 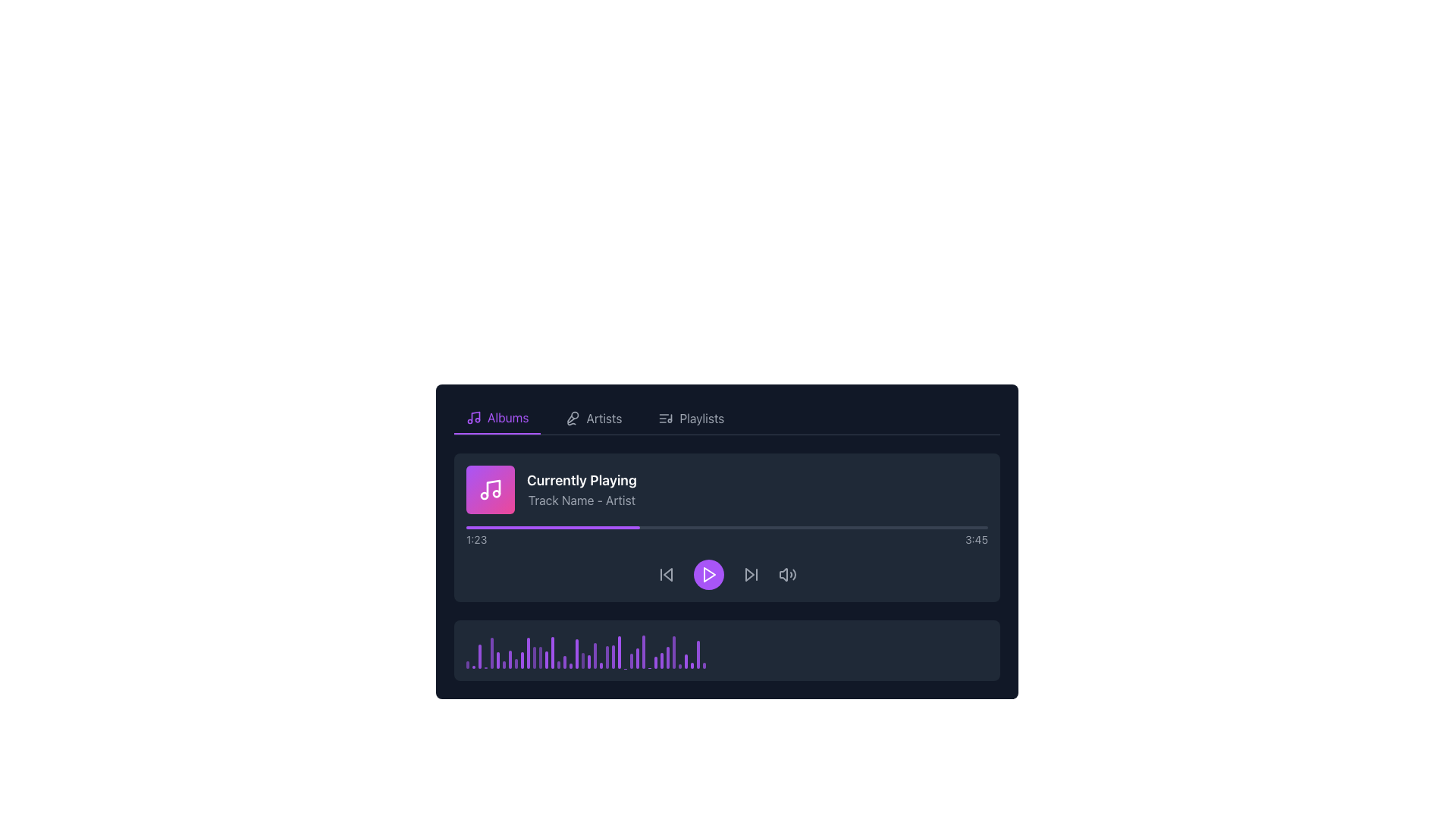 I want to click on the 37th vertical progress bar segment, which is a vivid purple color with a rounded tip, located at the bottom of the player card, so click(x=673, y=651).